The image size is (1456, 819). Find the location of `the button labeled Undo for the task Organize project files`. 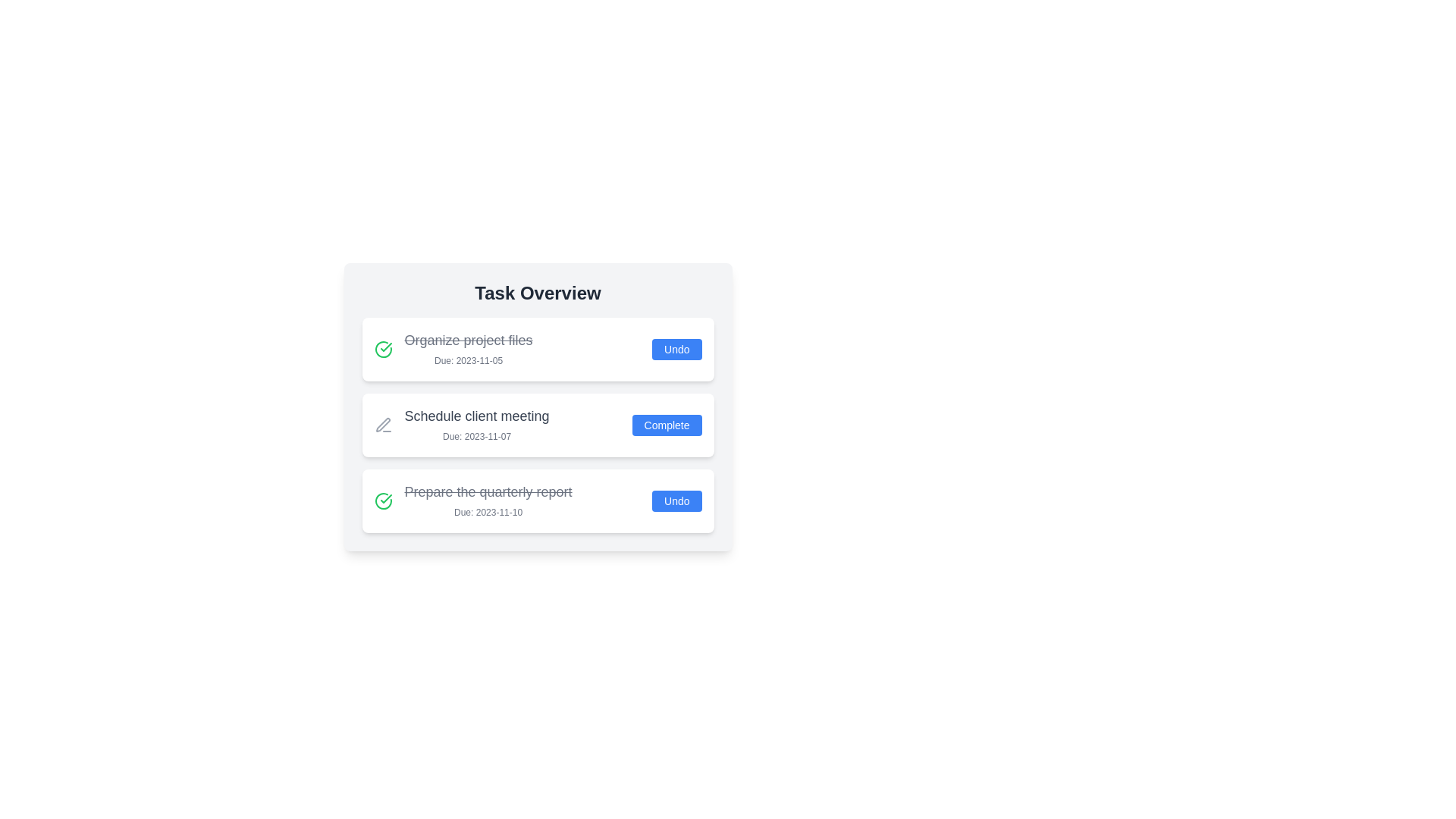

the button labeled Undo for the task Organize project files is located at coordinates (676, 350).